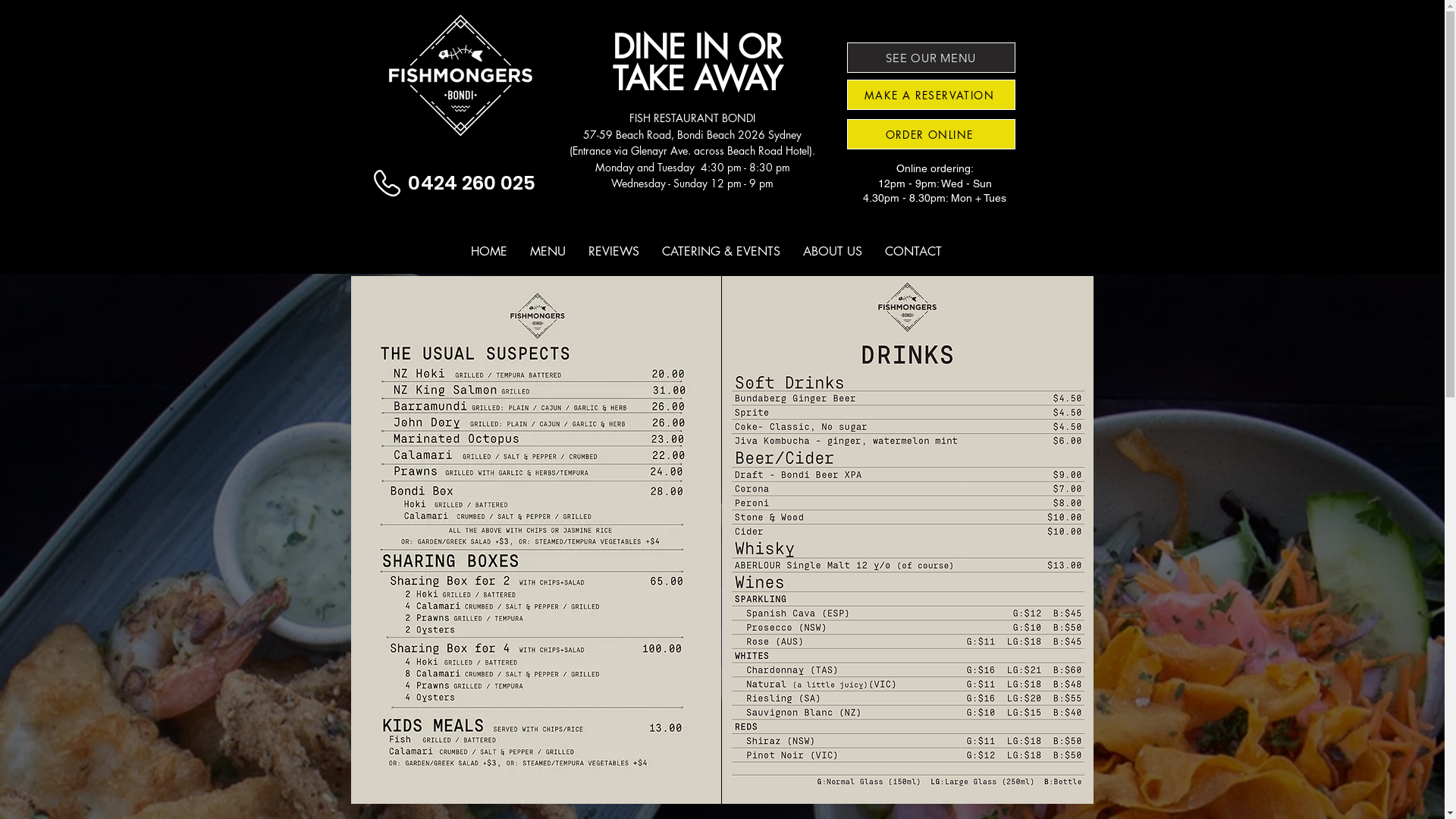  What do you see at coordinates (832, 250) in the screenshot?
I see `'ABOUT US'` at bounding box center [832, 250].